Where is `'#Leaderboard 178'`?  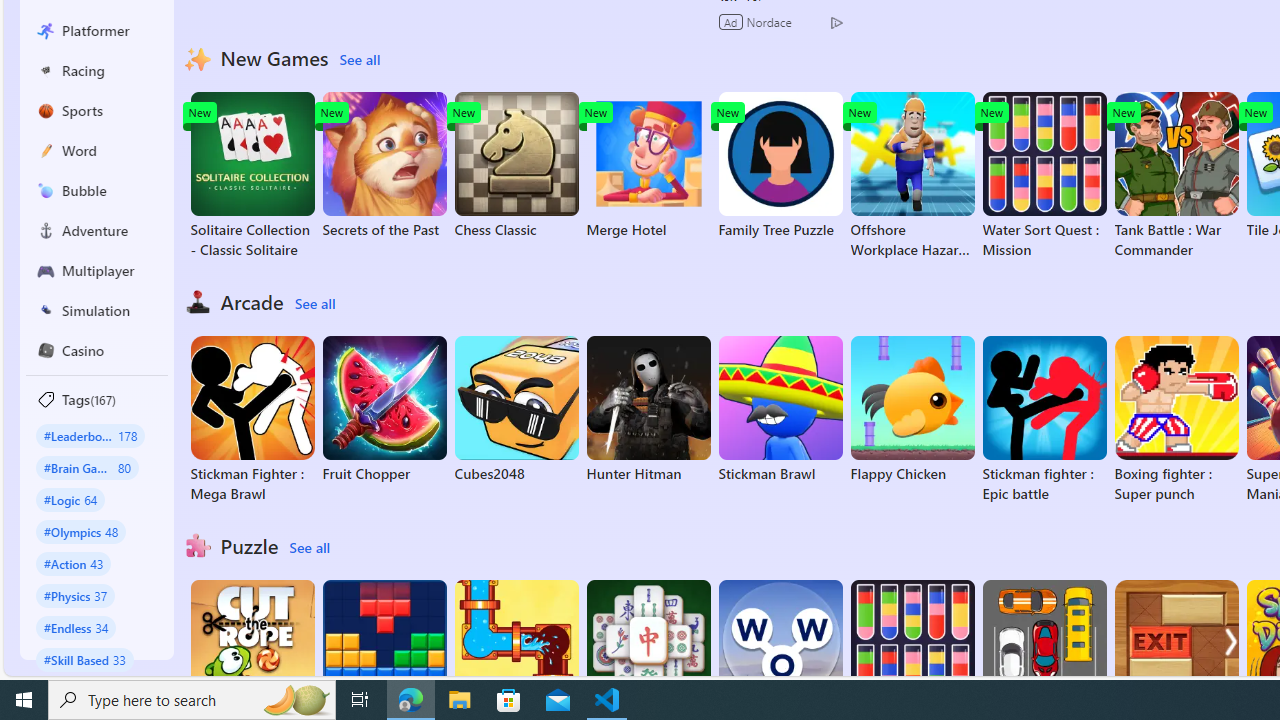
'#Leaderboard 178' is located at coordinates (89, 434).